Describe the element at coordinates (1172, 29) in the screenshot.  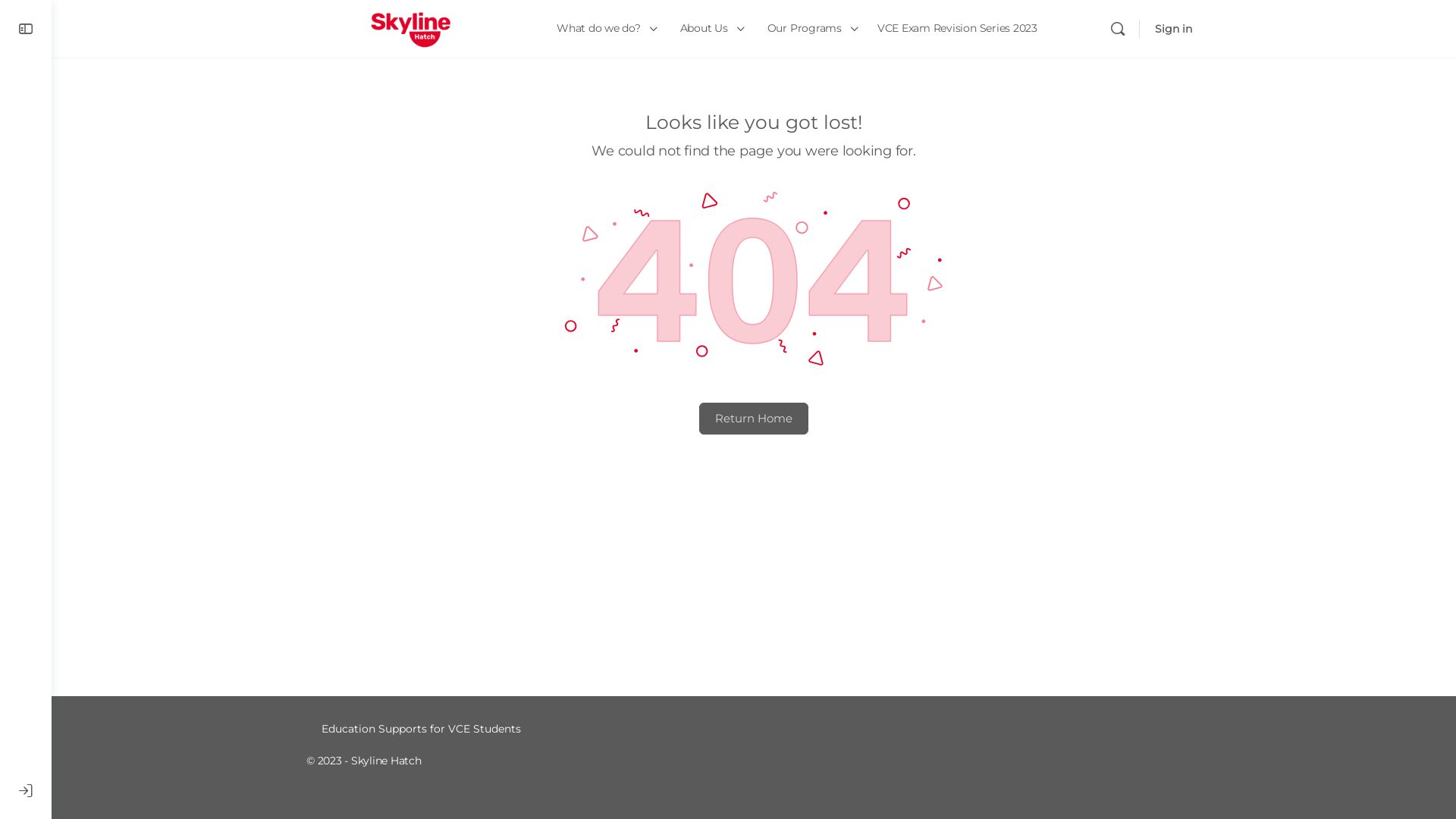
I see `'Sign in'` at that location.